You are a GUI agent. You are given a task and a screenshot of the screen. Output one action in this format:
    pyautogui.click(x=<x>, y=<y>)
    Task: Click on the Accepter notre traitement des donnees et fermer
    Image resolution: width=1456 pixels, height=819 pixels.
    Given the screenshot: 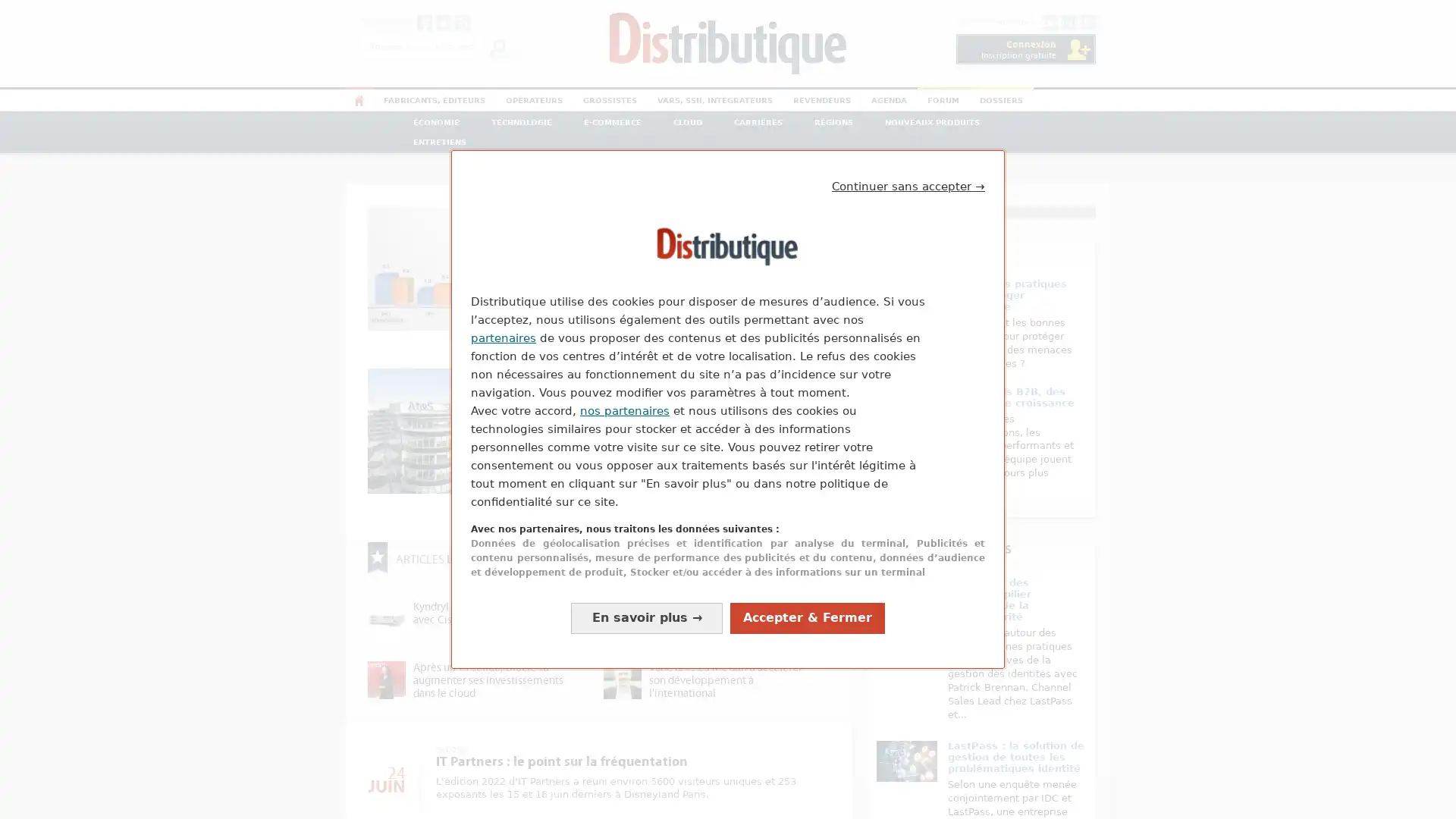 What is the action you would take?
    pyautogui.click(x=807, y=617)
    